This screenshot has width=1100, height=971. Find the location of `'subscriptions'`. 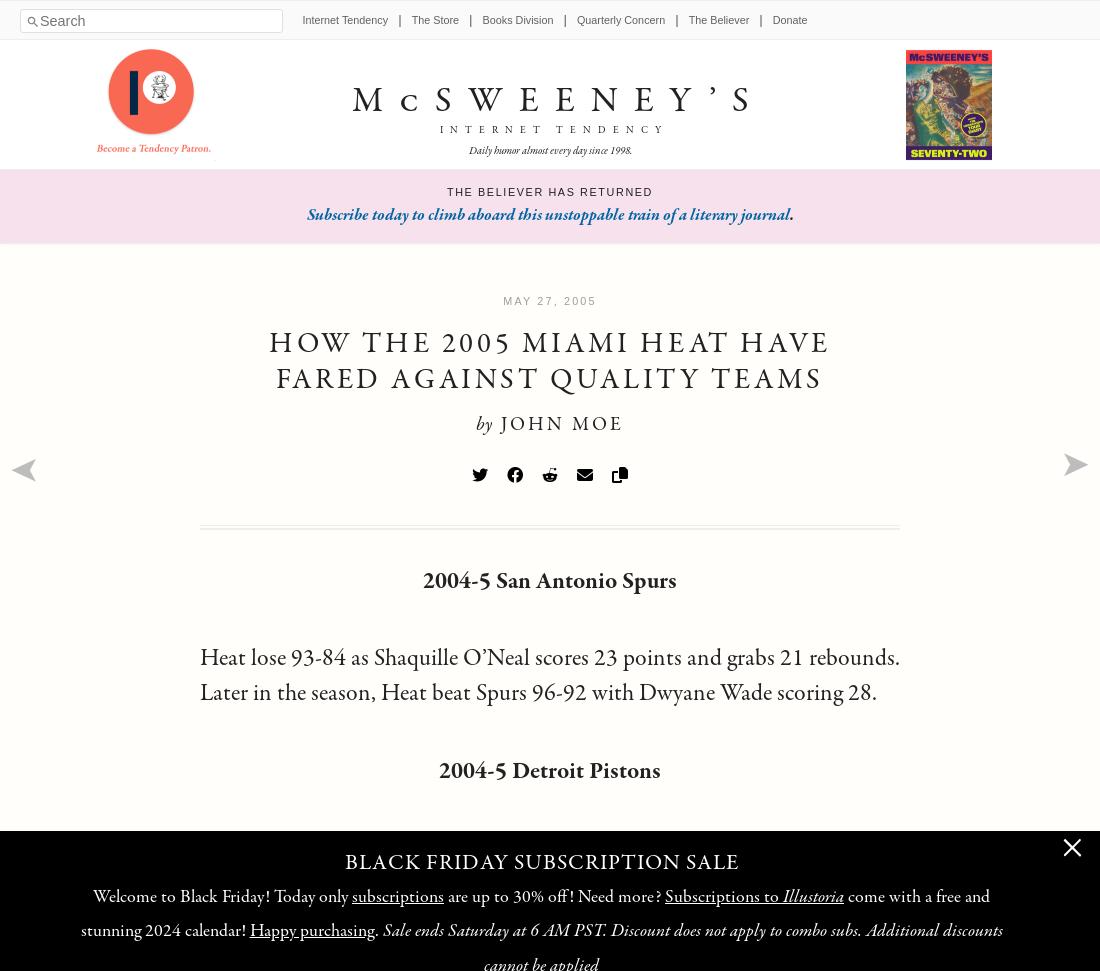

'subscriptions' is located at coordinates (352, 896).